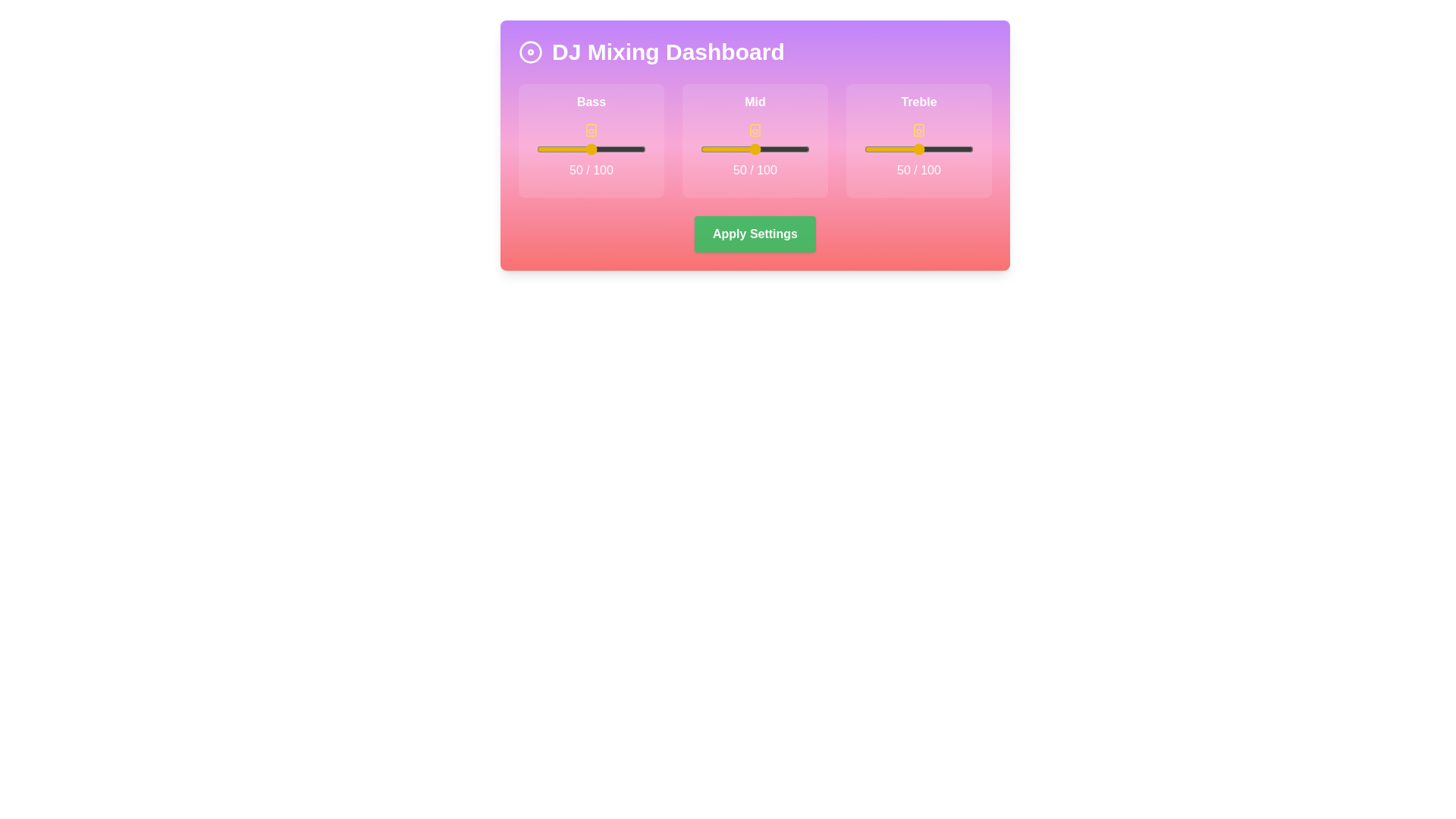  I want to click on the treble slider to 50 (0-100), so click(918, 149).